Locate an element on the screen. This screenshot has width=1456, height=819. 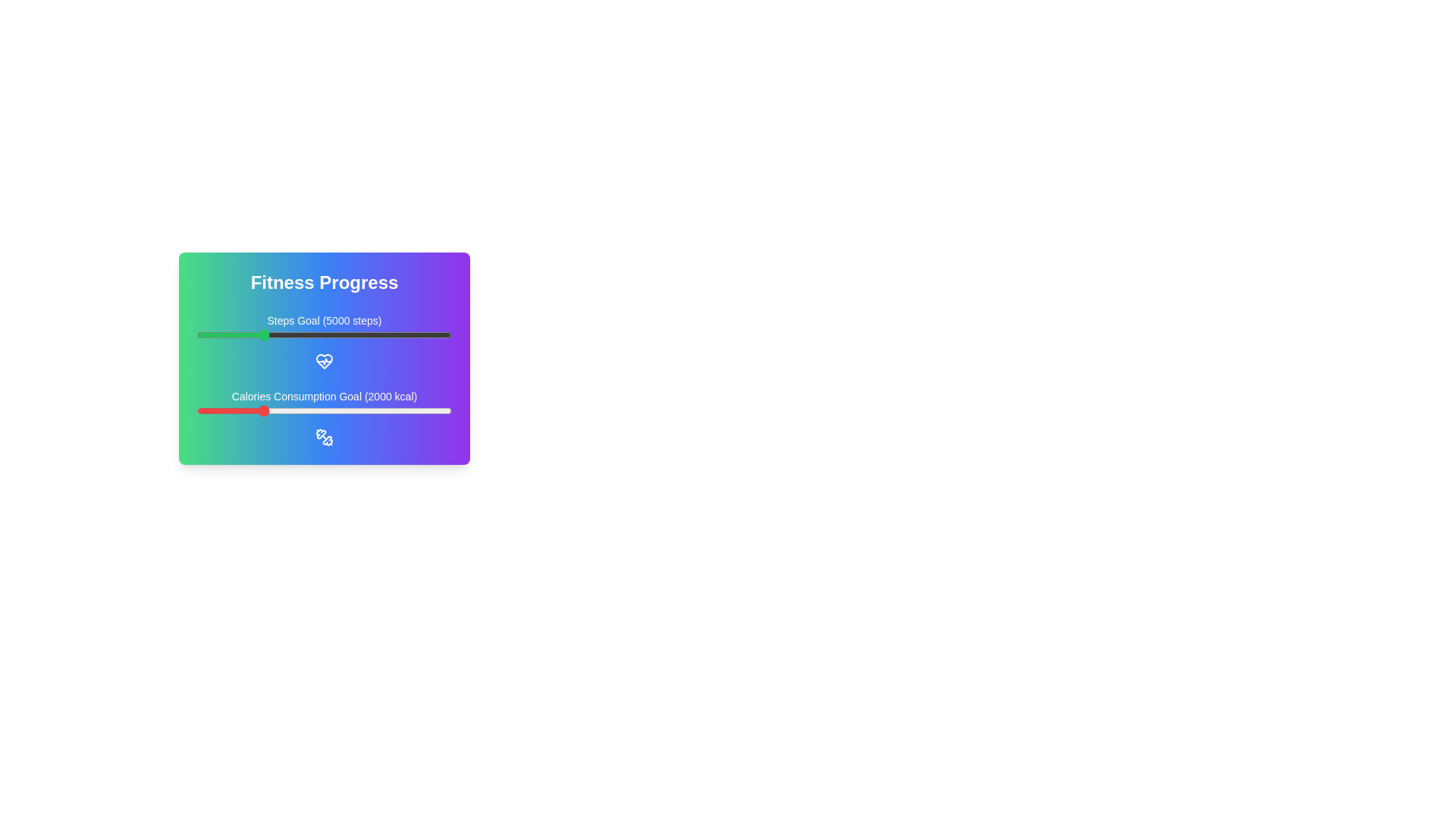
the steps goal is located at coordinates (315, 334).